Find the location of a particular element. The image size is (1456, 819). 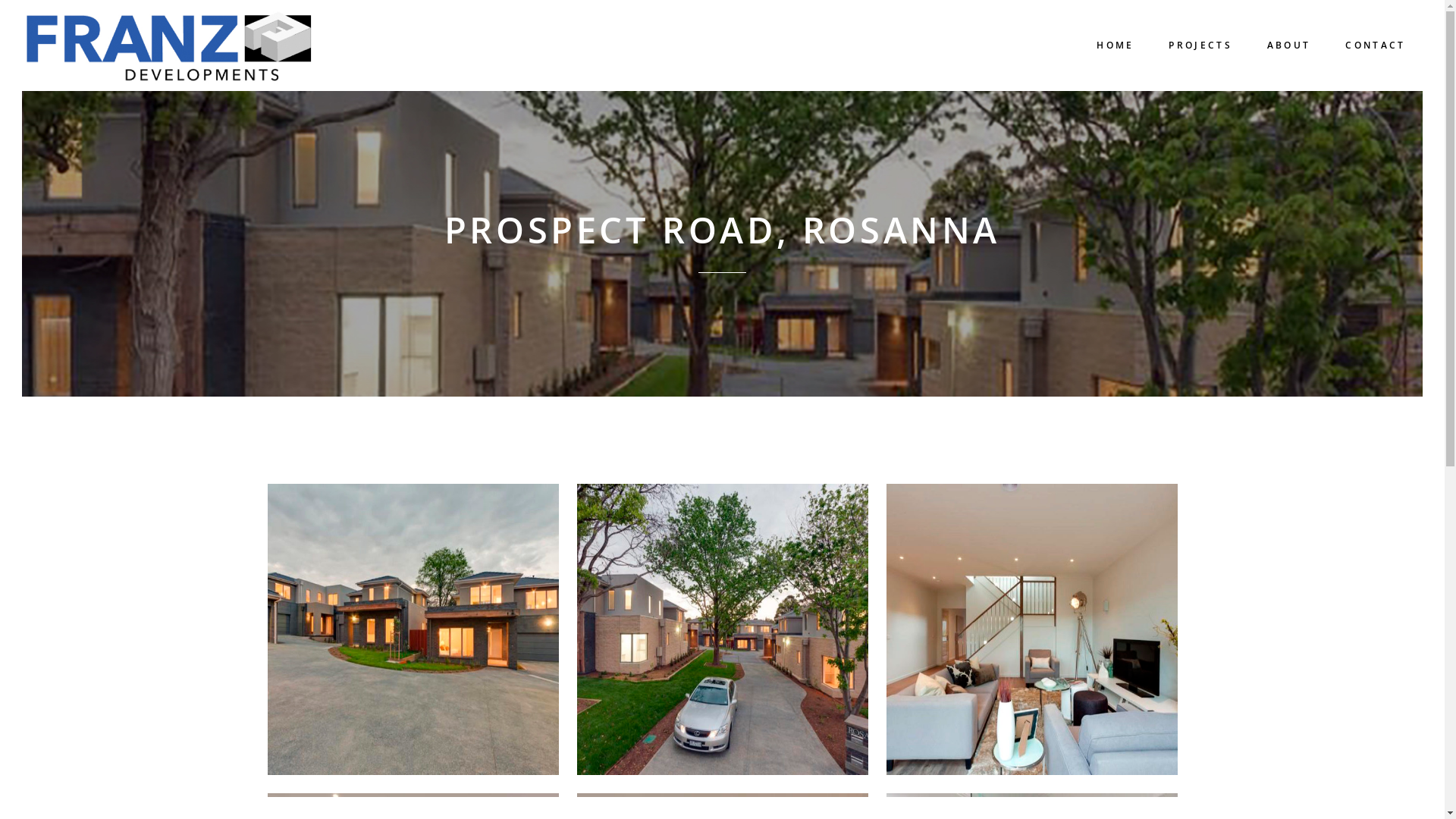

'ABOUT' is located at coordinates (1288, 45).